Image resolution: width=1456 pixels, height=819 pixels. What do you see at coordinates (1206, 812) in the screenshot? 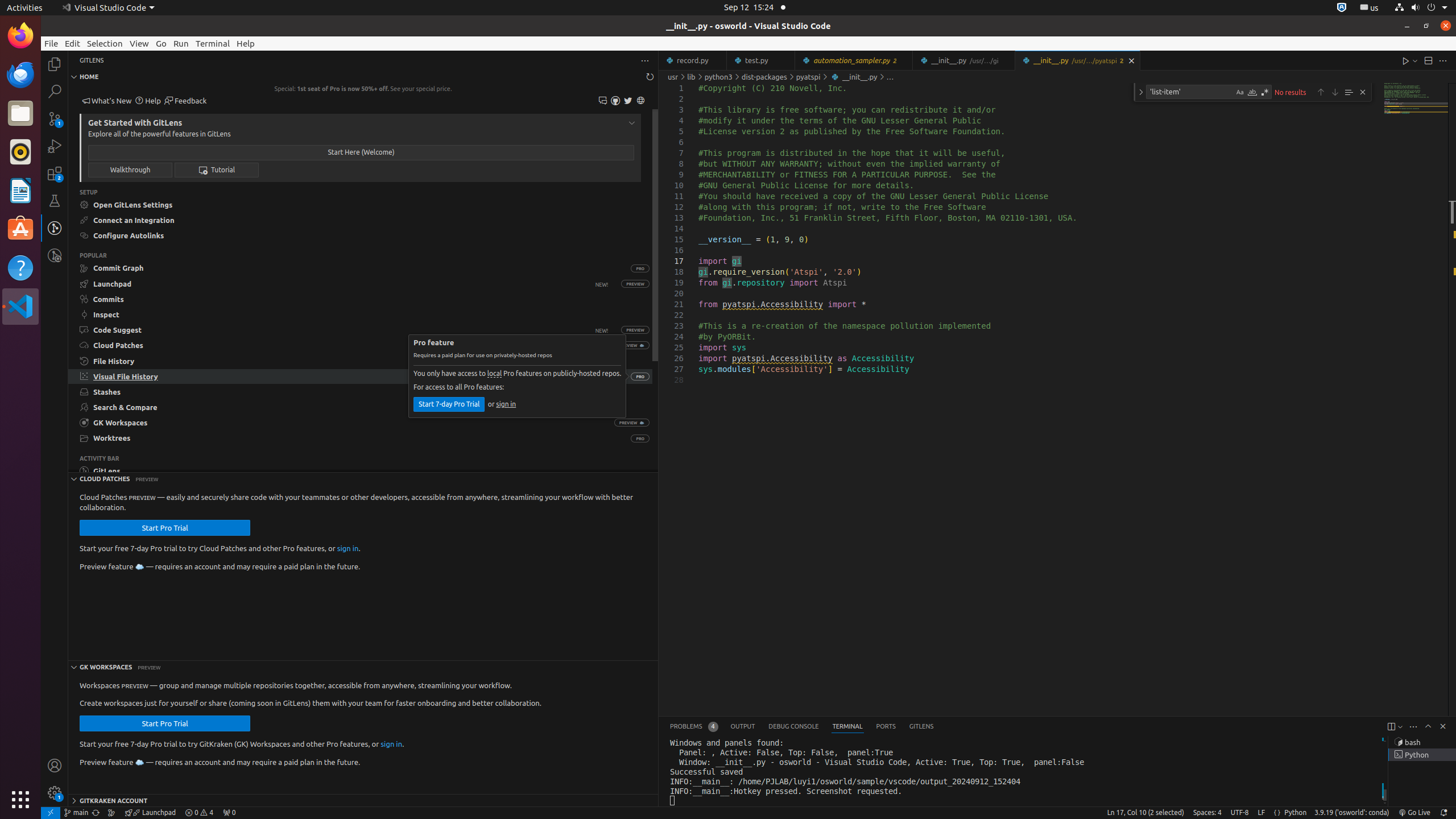
I see `'Spaces: 4'` at bounding box center [1206, 812].